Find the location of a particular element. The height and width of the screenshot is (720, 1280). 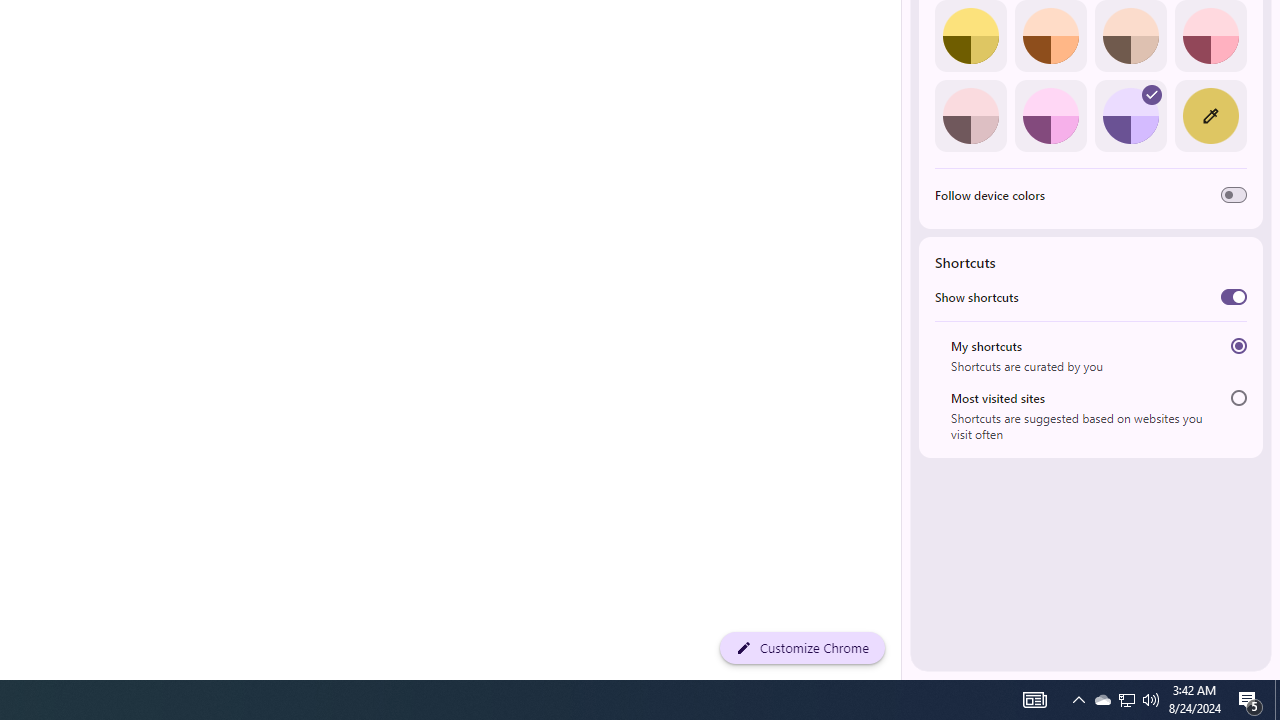

'Orange' is located at coordinates (1049, 36).